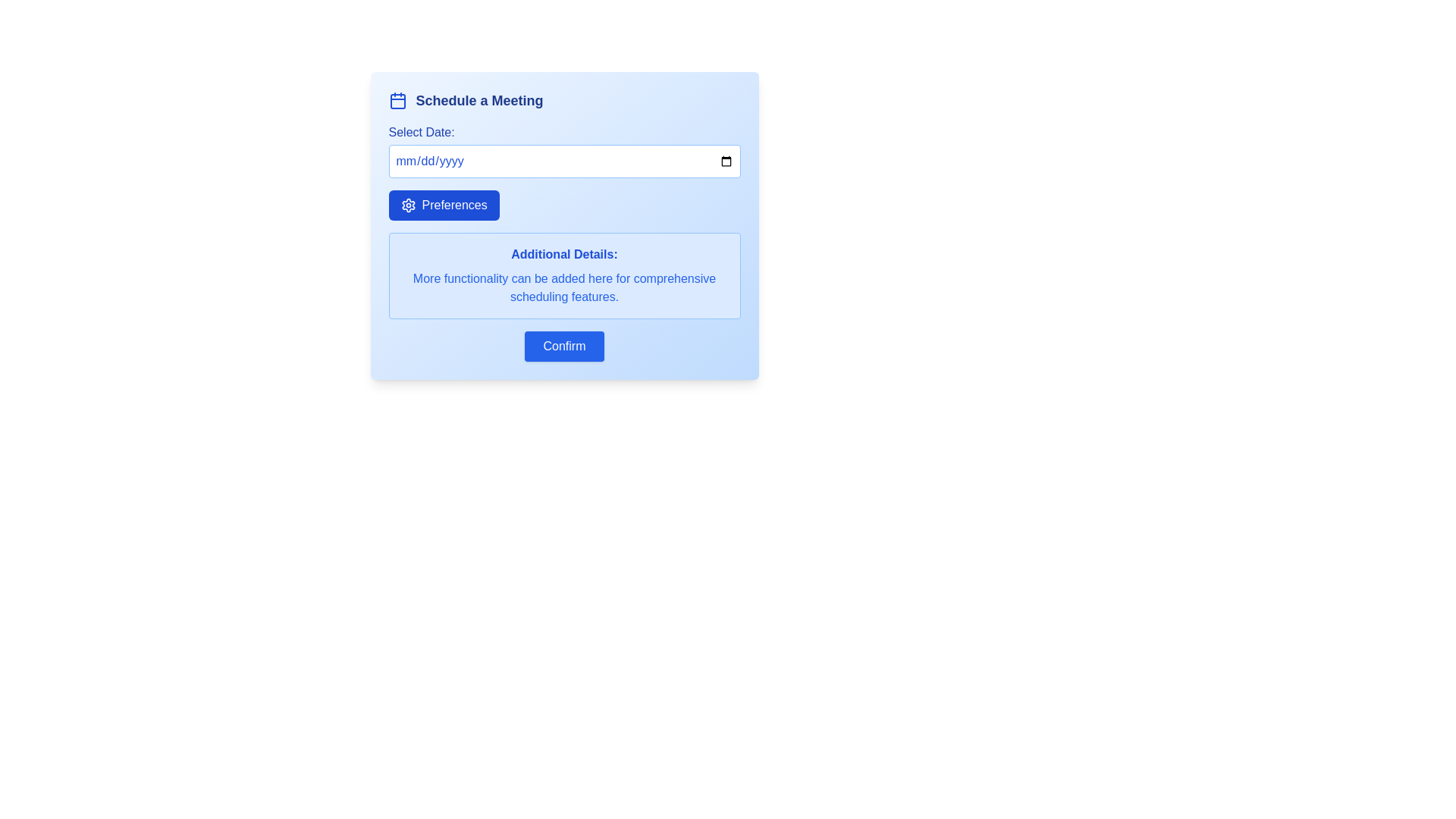  What do you see at coordinates (397, 100) in the screenshot?
I see `the calendar icon located at the top-left corner of the 'Schedule a Meeting' card` at bounding box center [397, 100].